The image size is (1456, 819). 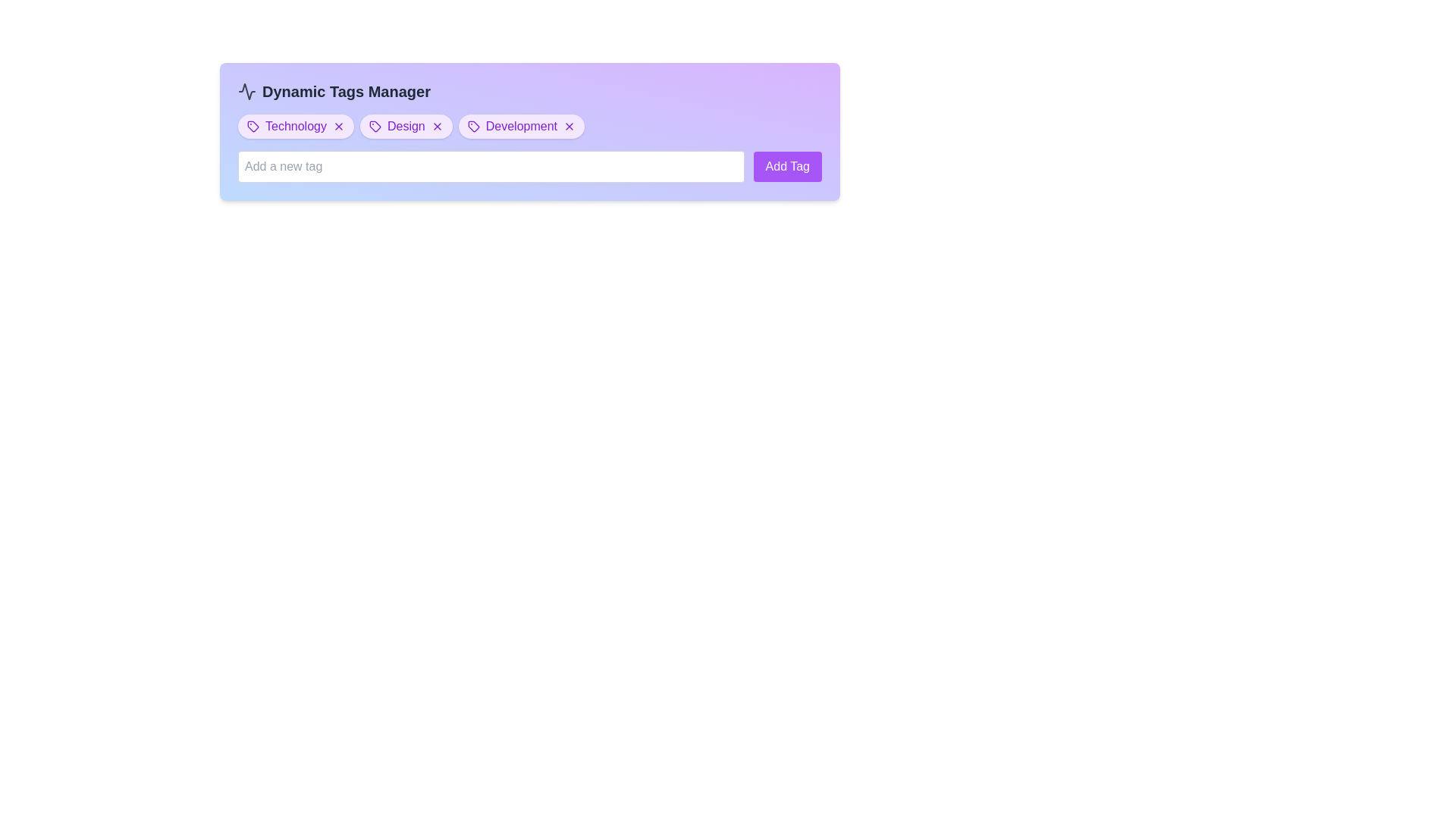 What do you see at coordinates (247, 91) in the screenshot?
I see `the SVG Icon resembling an activity graph or pulse line located on the left side of the top bar of the 'Dynamic Tags Manager' interface` at bounding box center [247, 91].